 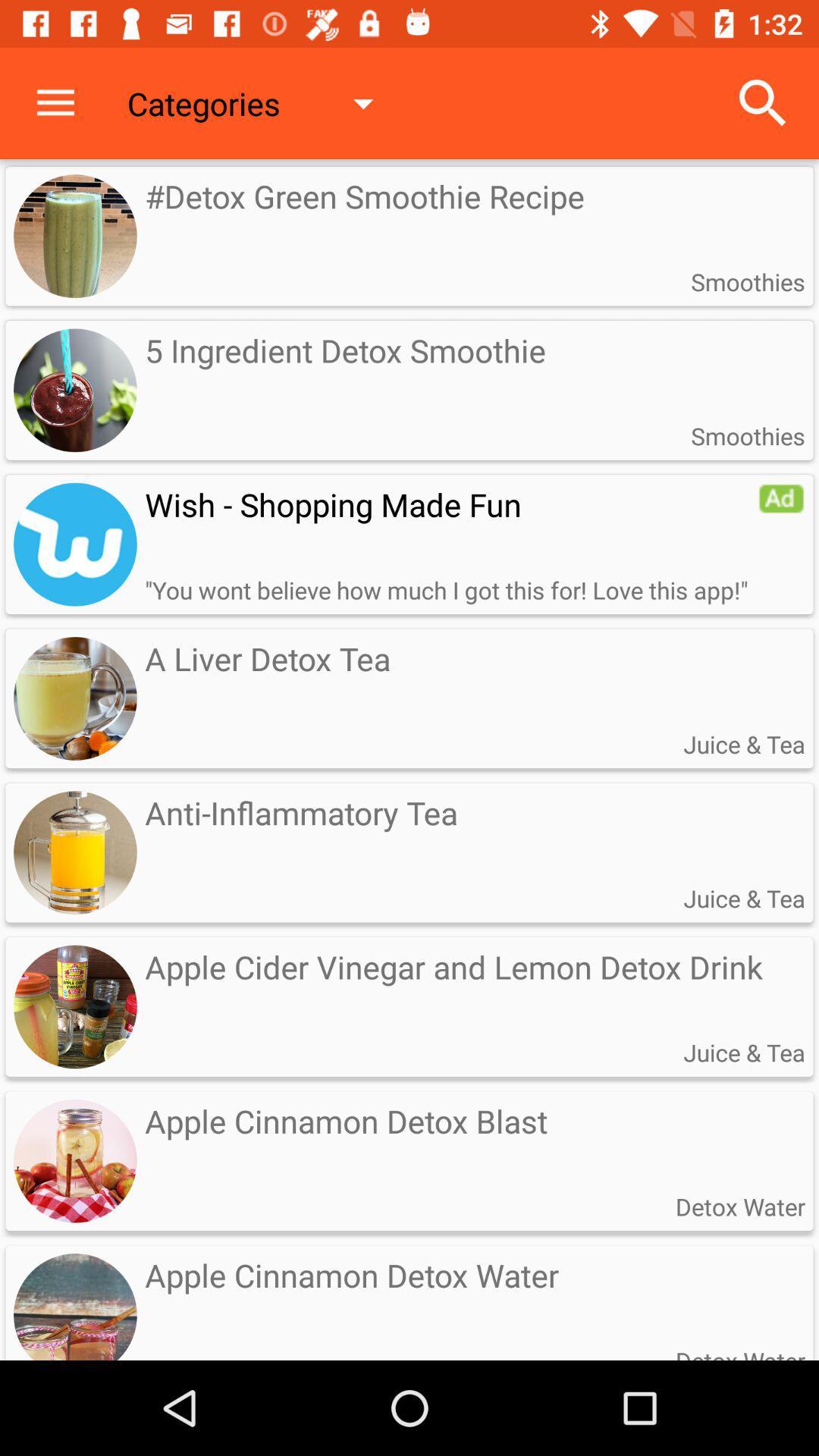 I want to click on the icon above you wont believe, so click(x=450, y=504).